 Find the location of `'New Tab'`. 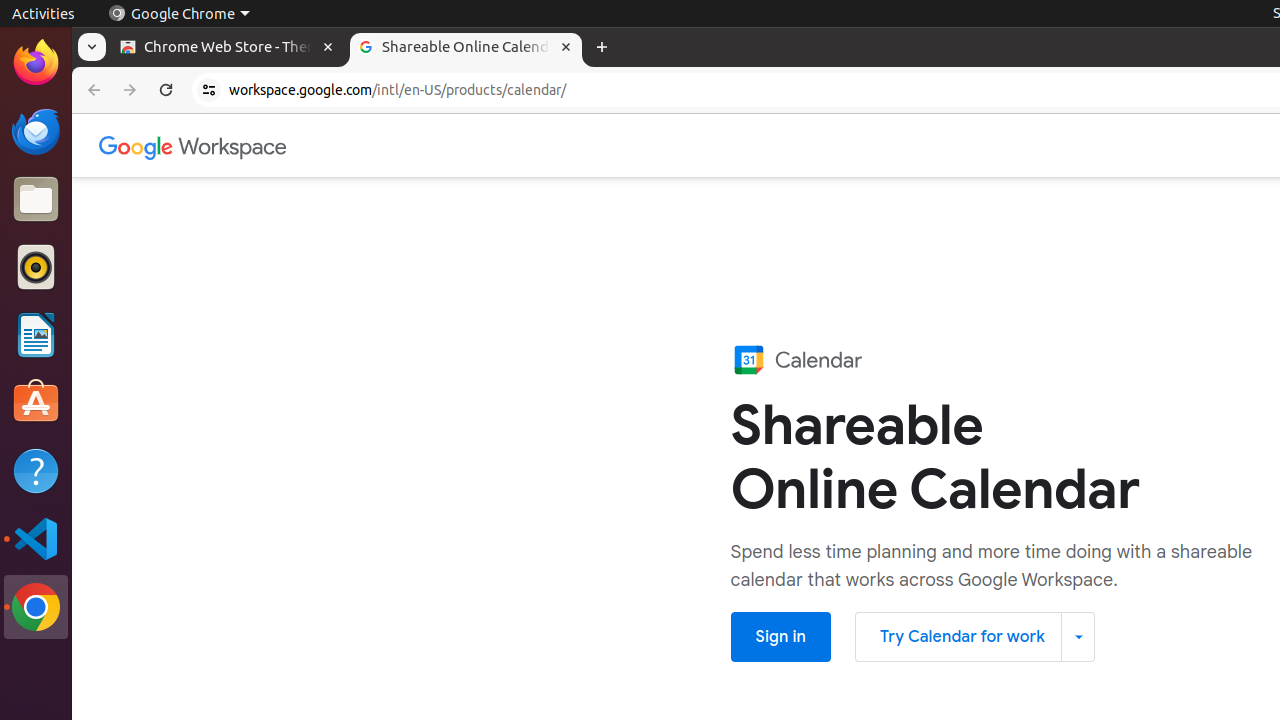

'New Tab' is located at coordinates (600, 46).